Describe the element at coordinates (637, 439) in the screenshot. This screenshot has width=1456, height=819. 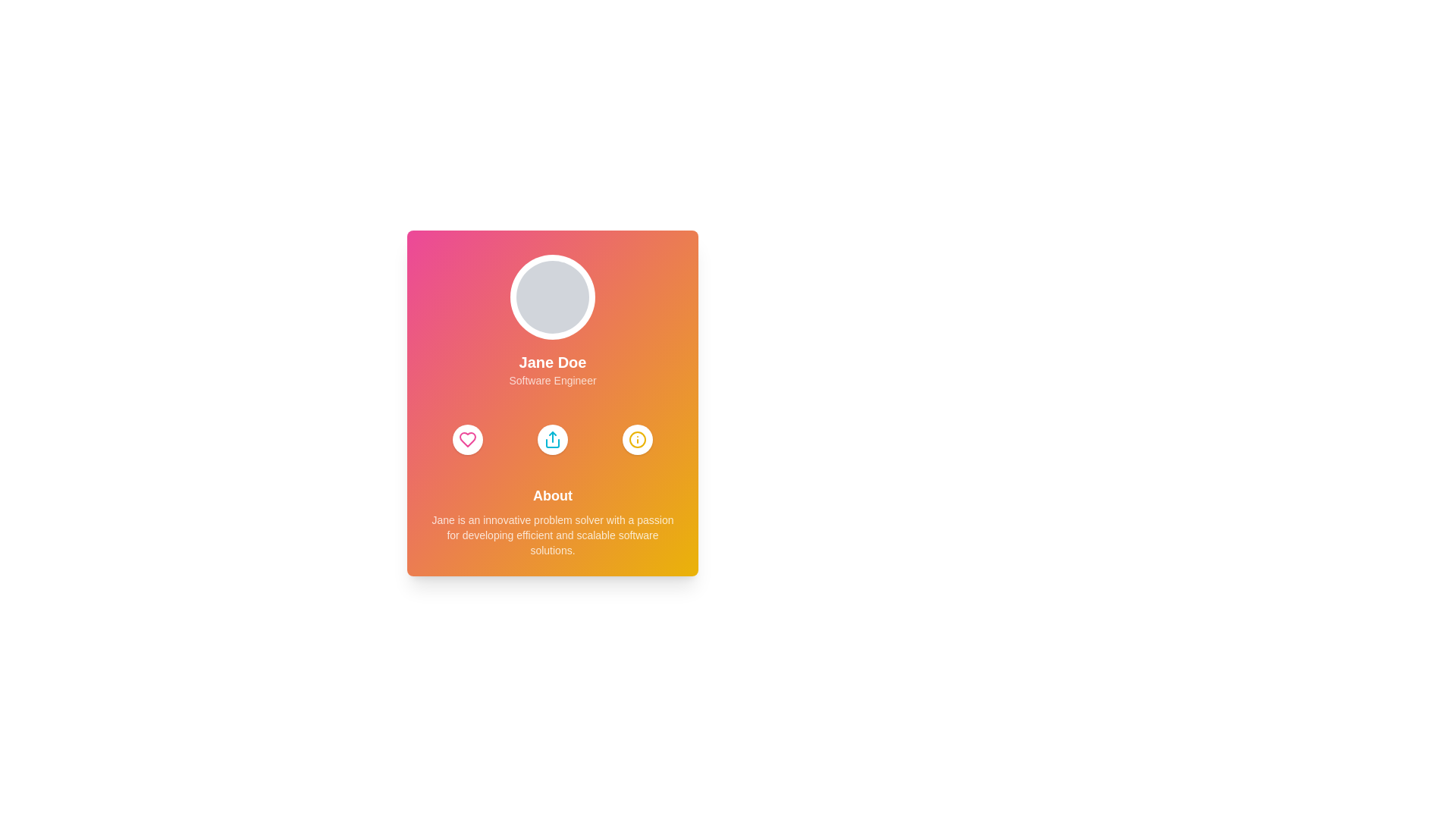
I see `the circular information icon with a yellow outline located in the bottom row of three icons under the profile information` at that location.